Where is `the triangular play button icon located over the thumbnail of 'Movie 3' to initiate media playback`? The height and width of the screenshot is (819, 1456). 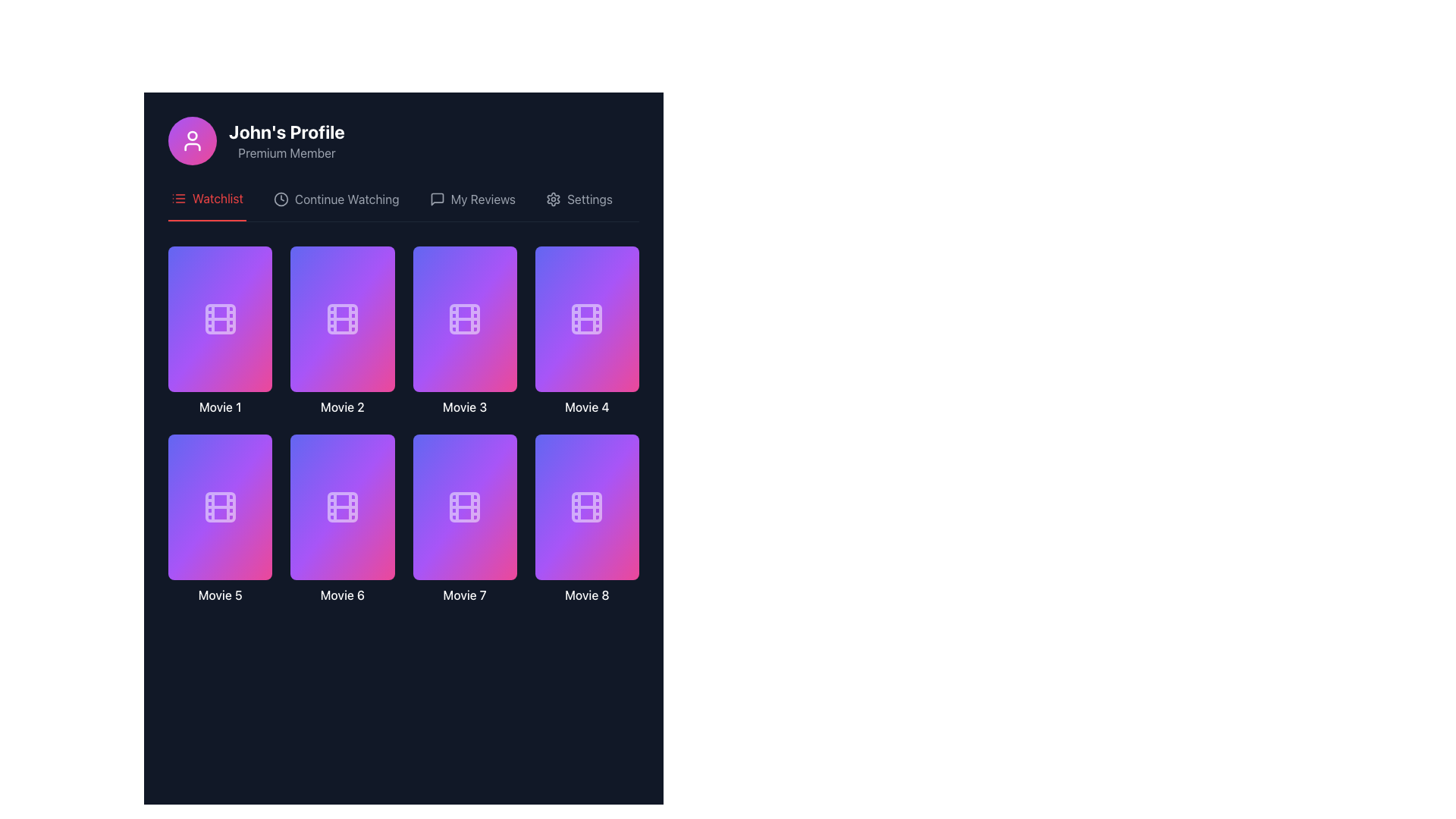
the triangular play button icon located over the thumbnail of 'Movie 3' to initiate media playback is located at coordinates (465, 311).